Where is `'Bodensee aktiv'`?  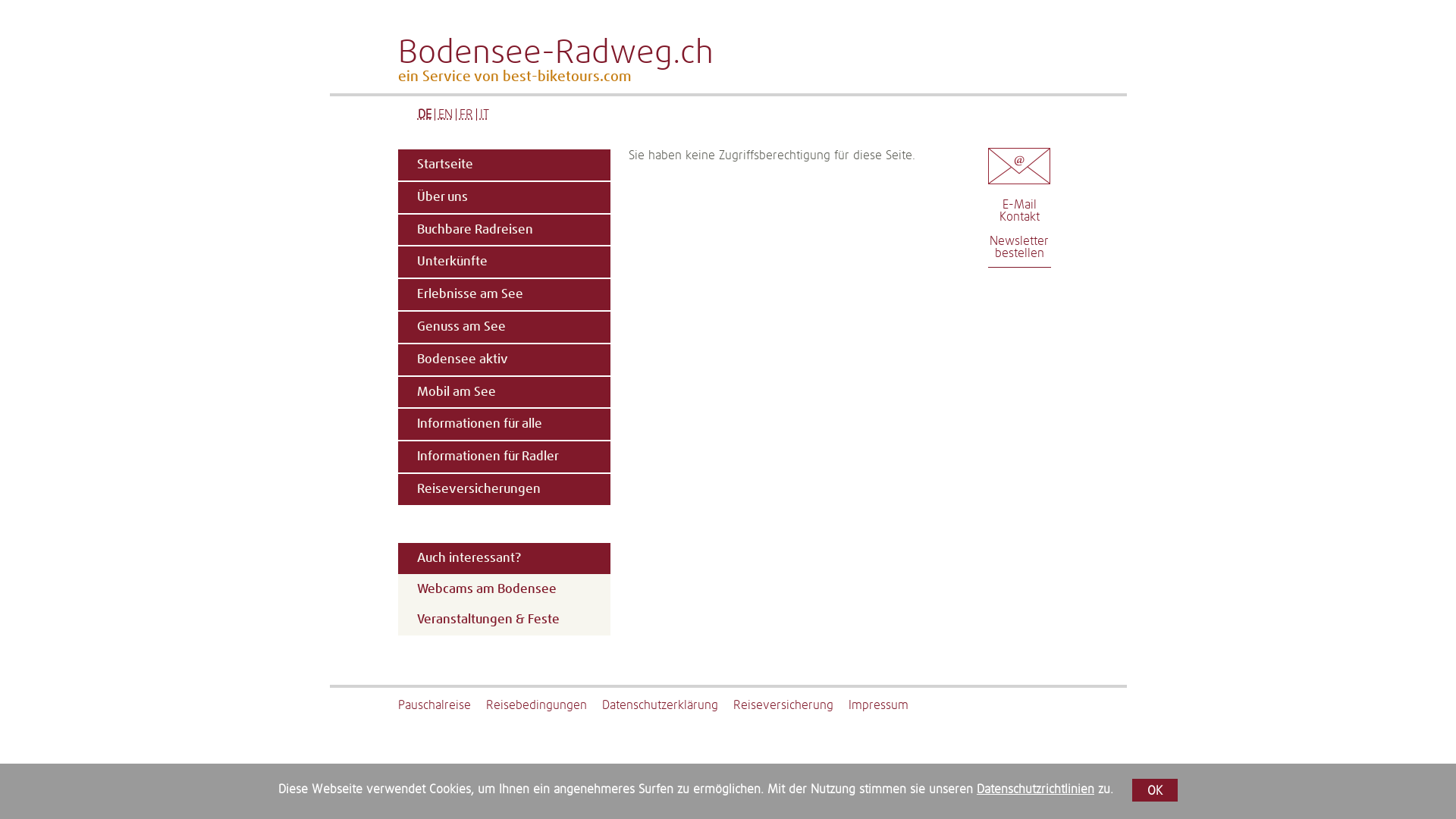
'Bodensee aktiv' is located at coordinates (502, 359).